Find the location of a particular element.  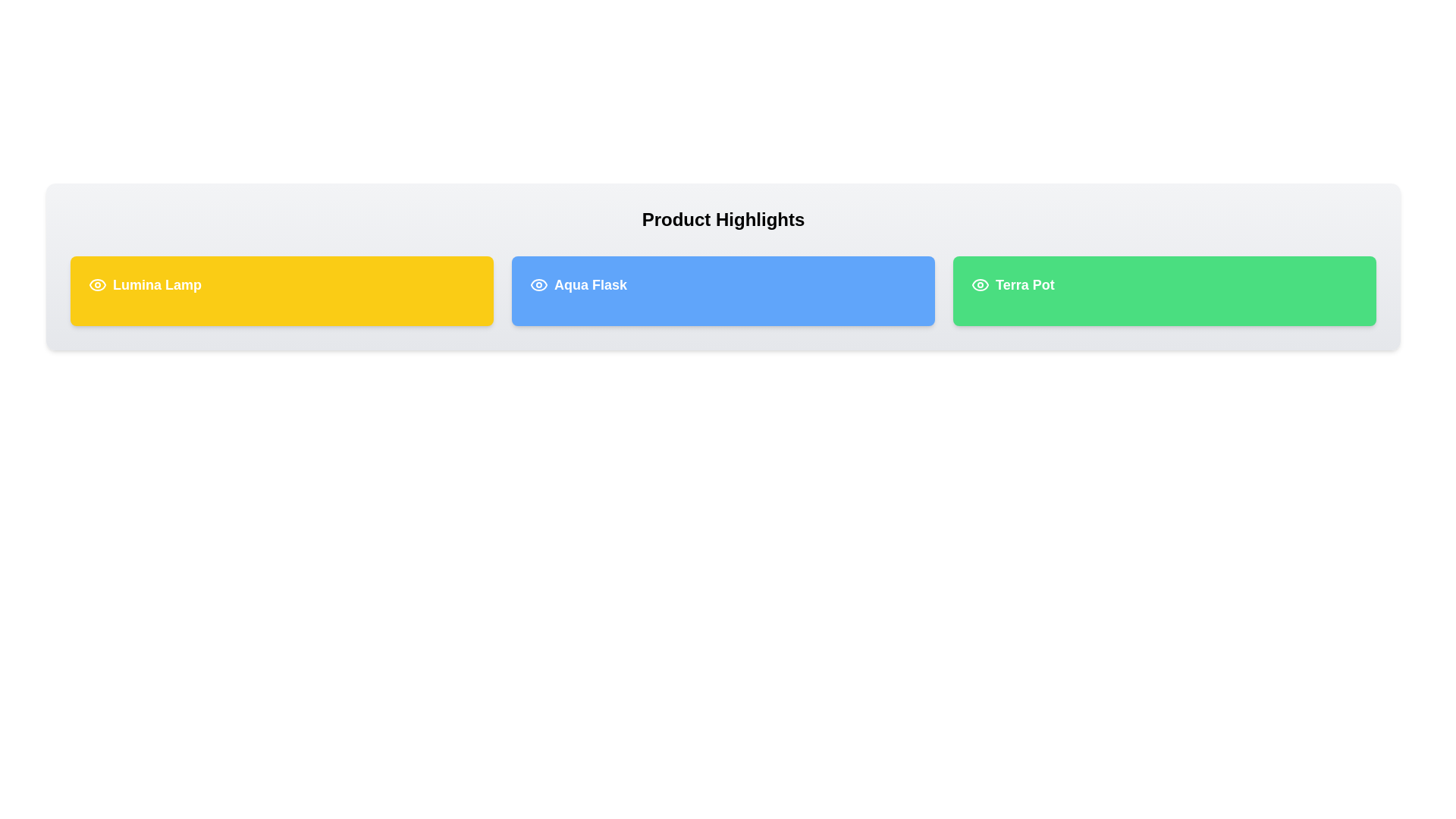

the 'Terra Pot' card is located at coordinates (1164, 291).